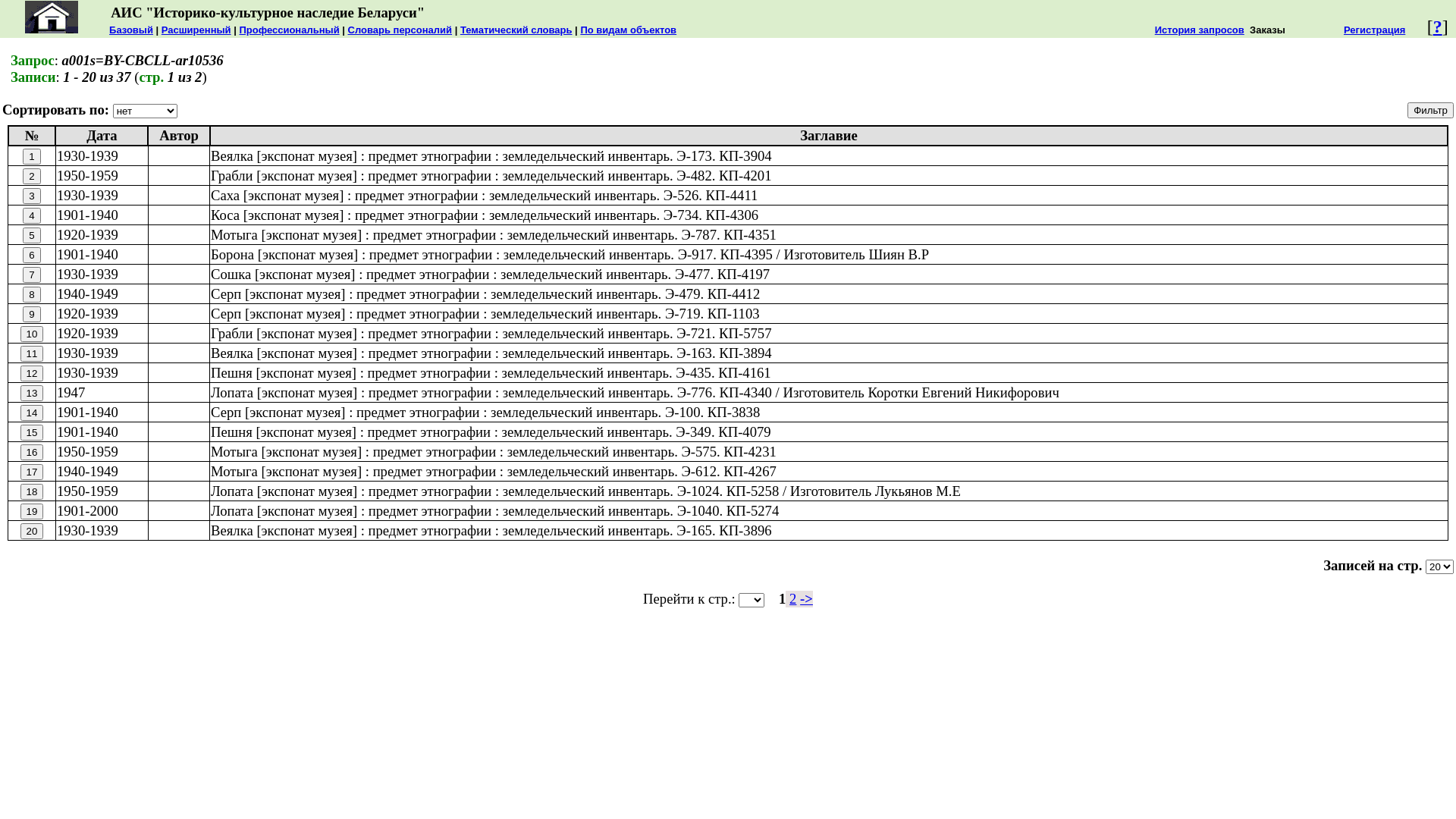 The height and width of the screenshot is (819, 1456). Describe the element at coordinates (32, 392) in the screenshot. I see `'13'` at that location.